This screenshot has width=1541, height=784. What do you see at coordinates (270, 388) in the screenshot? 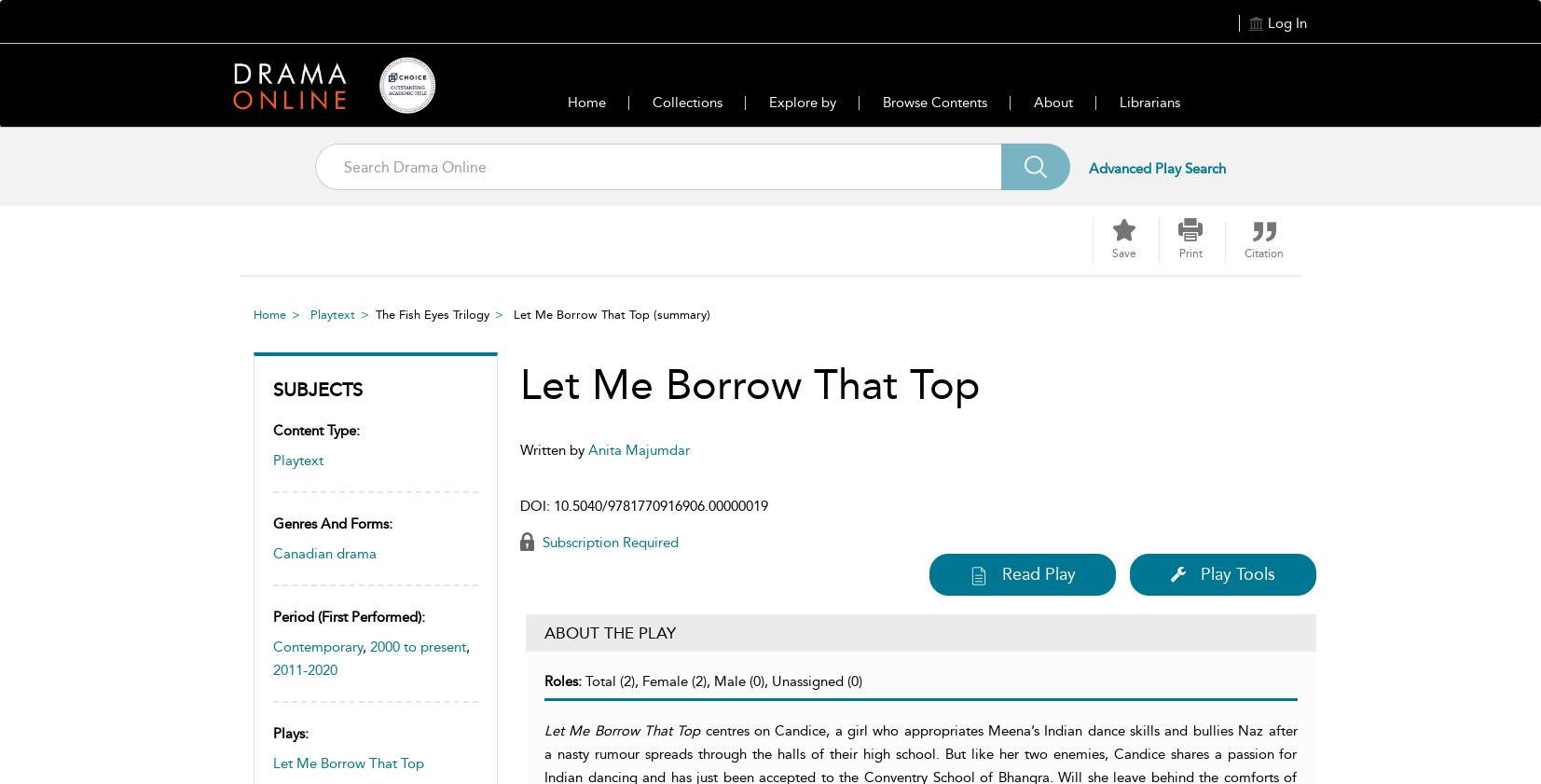
I see `'Subjects'` at bounding box center [270, 388].